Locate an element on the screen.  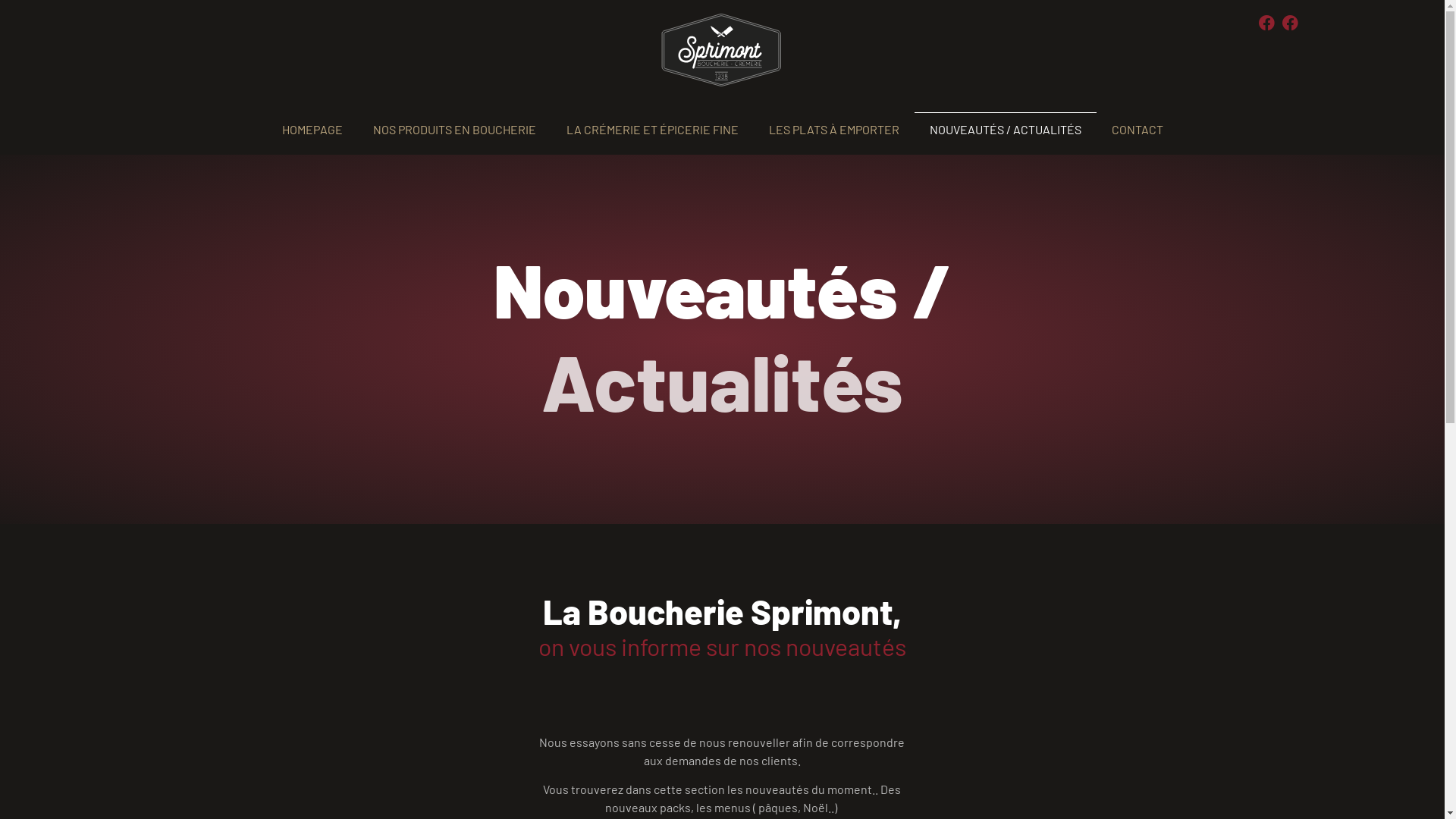
'CONTACT' is located at coordinates (1137, 128).